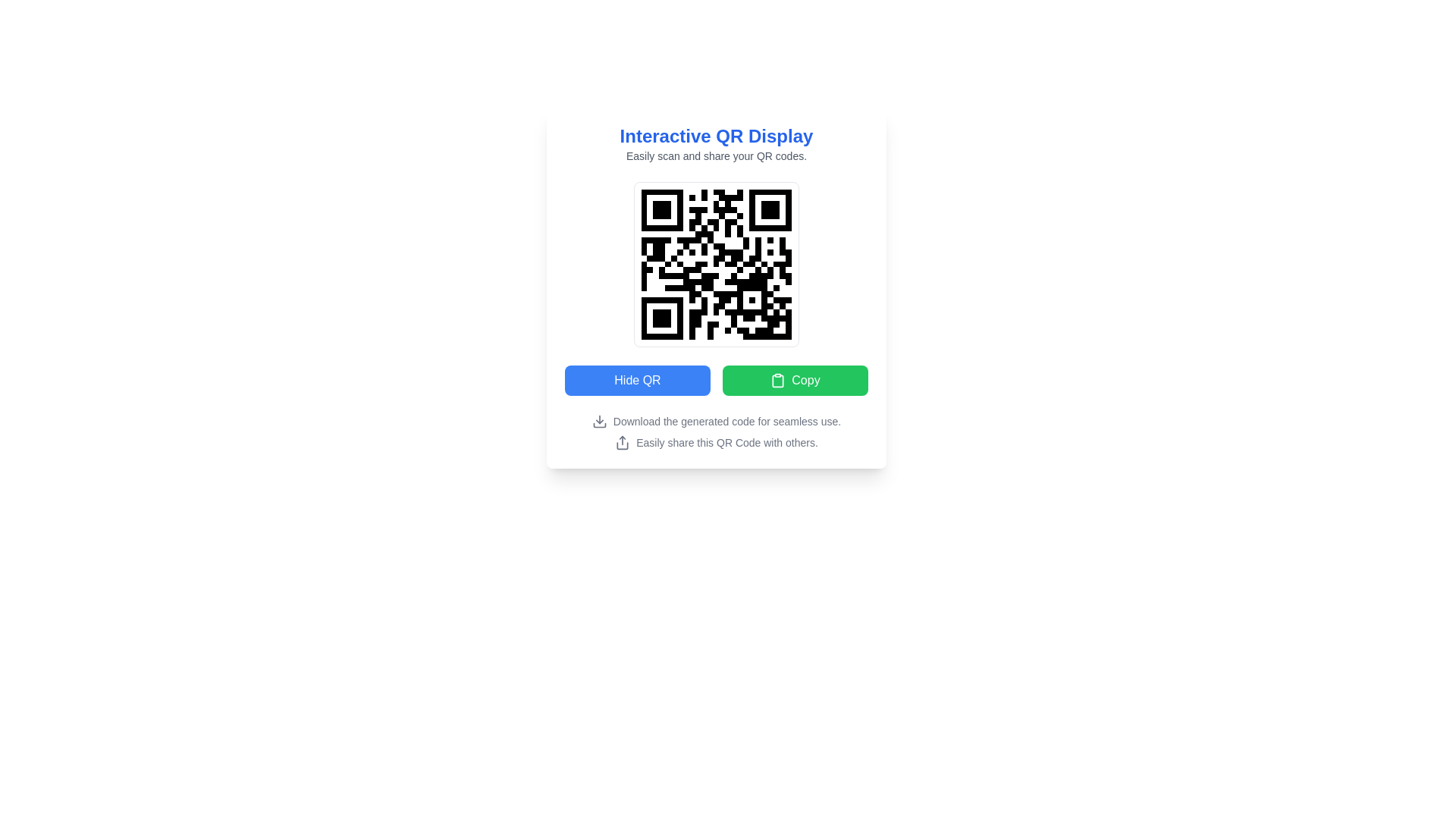 The height and width of the screenshot is (819, 1456). What do you see at coordinates (778, 380) in the screenshot?
I see `the main body of the clipboard icon, which visually conveys the concept of copying or saving information, located towards the bottom-right corner of the interface` at bounding box center [778, 380].